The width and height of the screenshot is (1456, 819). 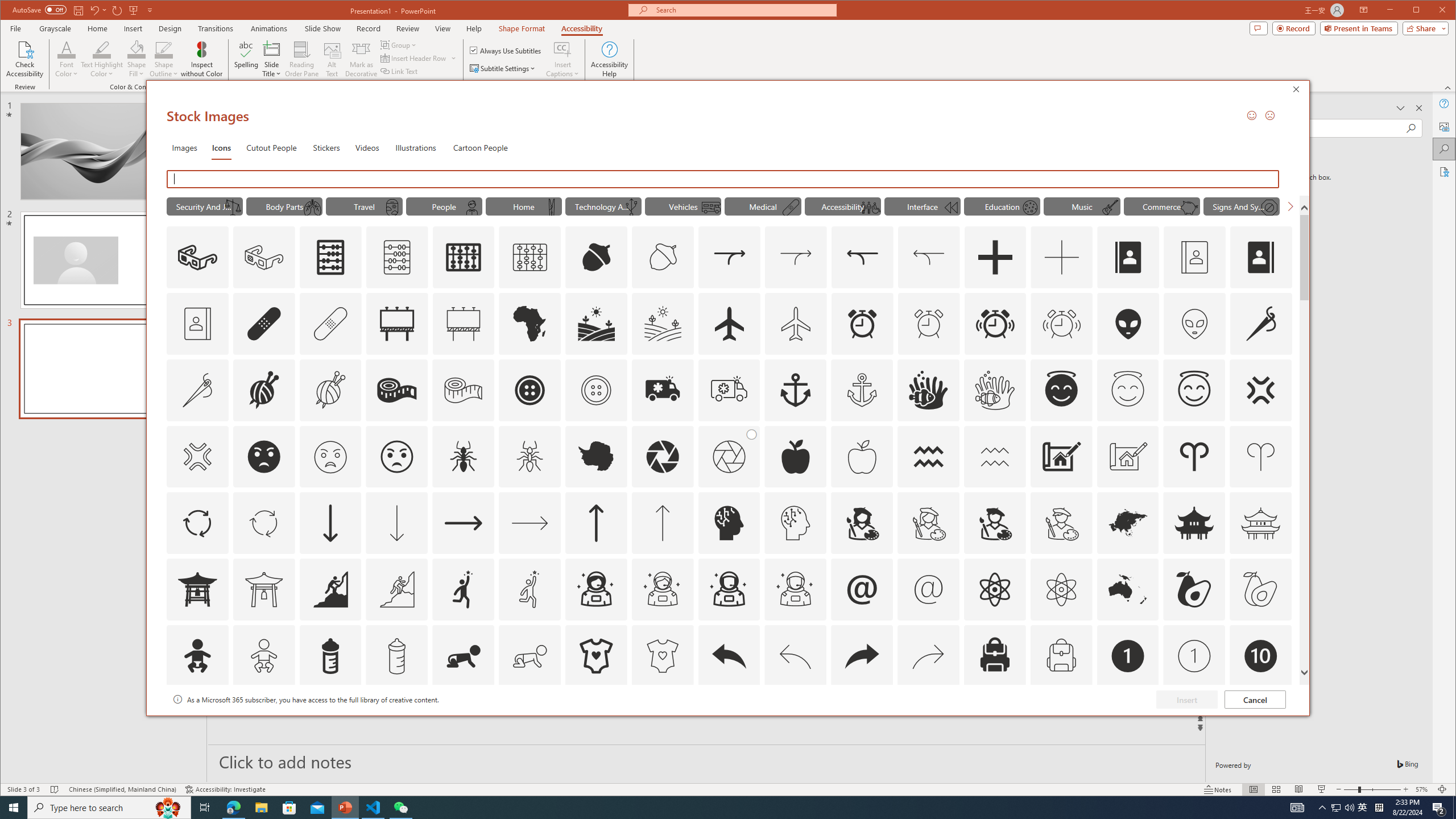 What do you see at coordinates (1194, 523) in the screenshot?
I see `'AutomationID: Icons_AsianTemple'` at bounding box center [1194, 523].